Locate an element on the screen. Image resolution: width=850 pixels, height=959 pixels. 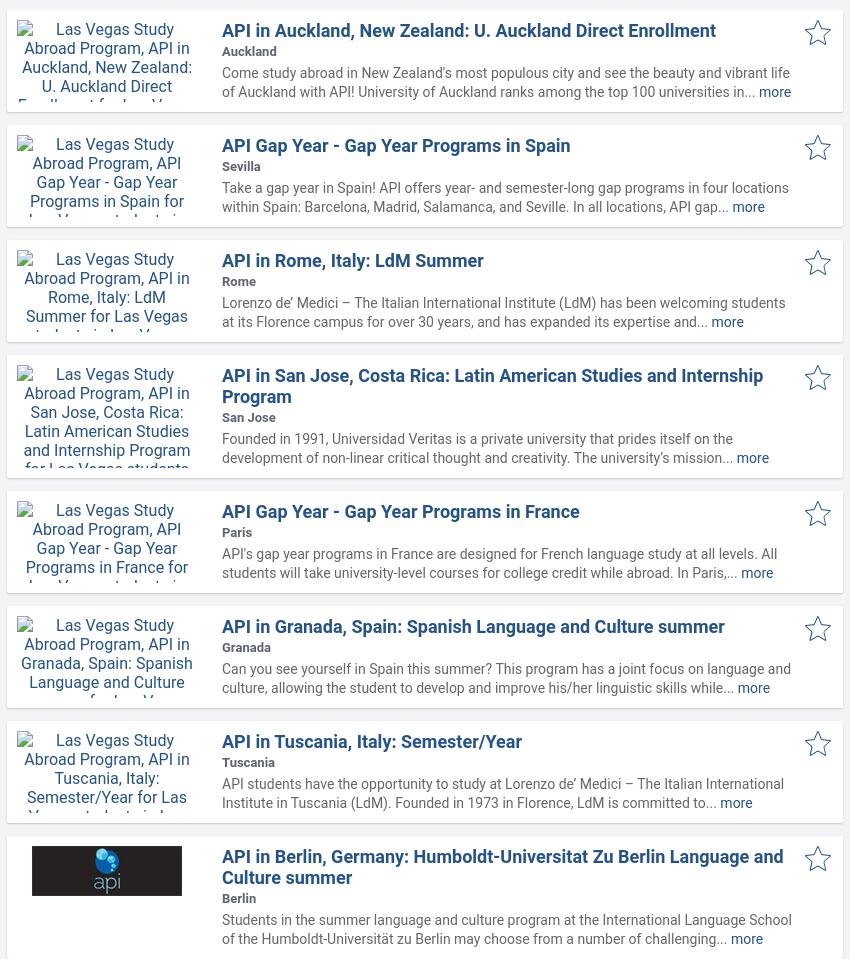
'API in Auckland, New Zealand: U. Auckland Direct Enrollment' is located at coordinates (469, 29).